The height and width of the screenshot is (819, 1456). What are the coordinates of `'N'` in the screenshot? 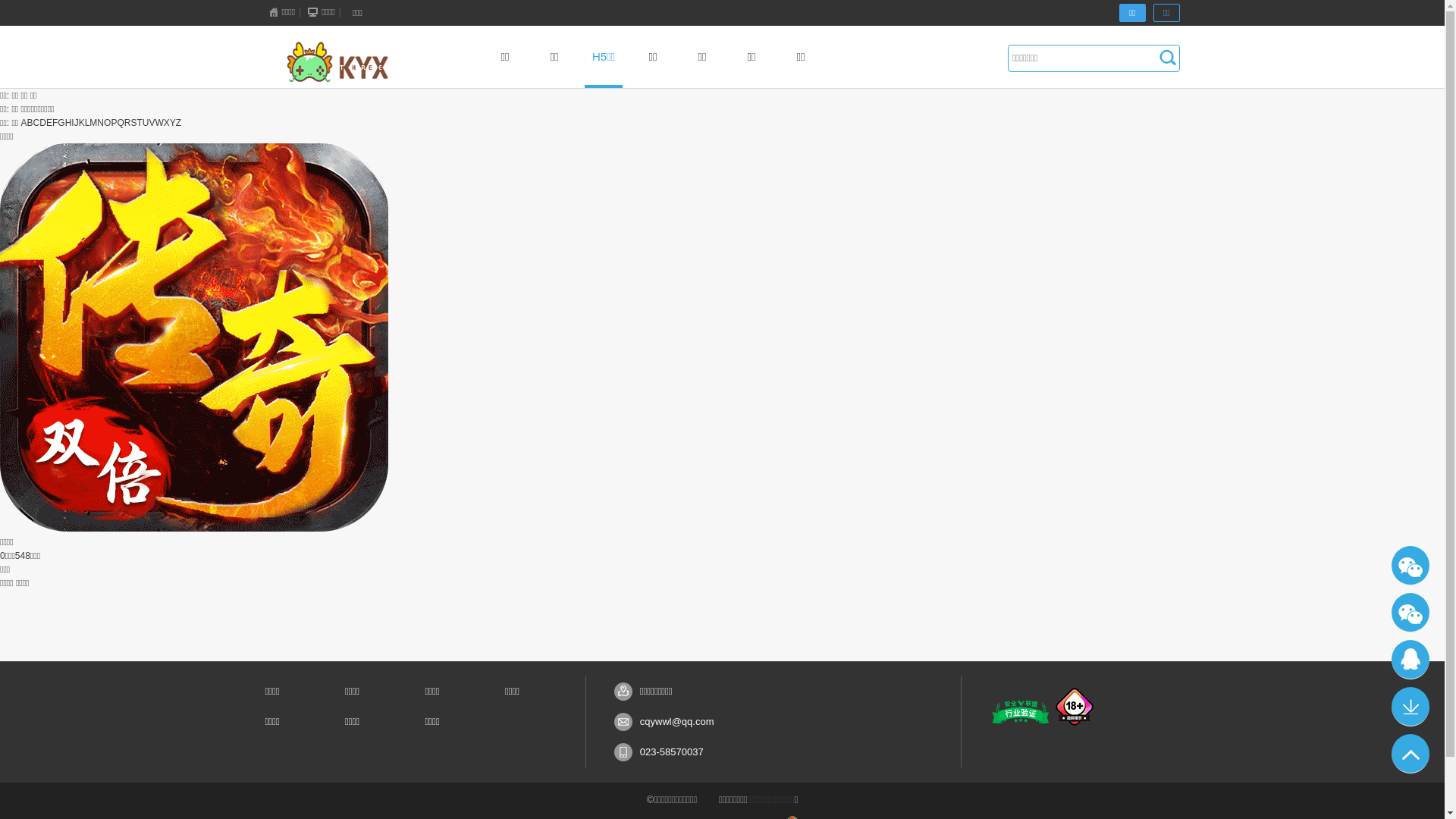 It's located at (99, 122).